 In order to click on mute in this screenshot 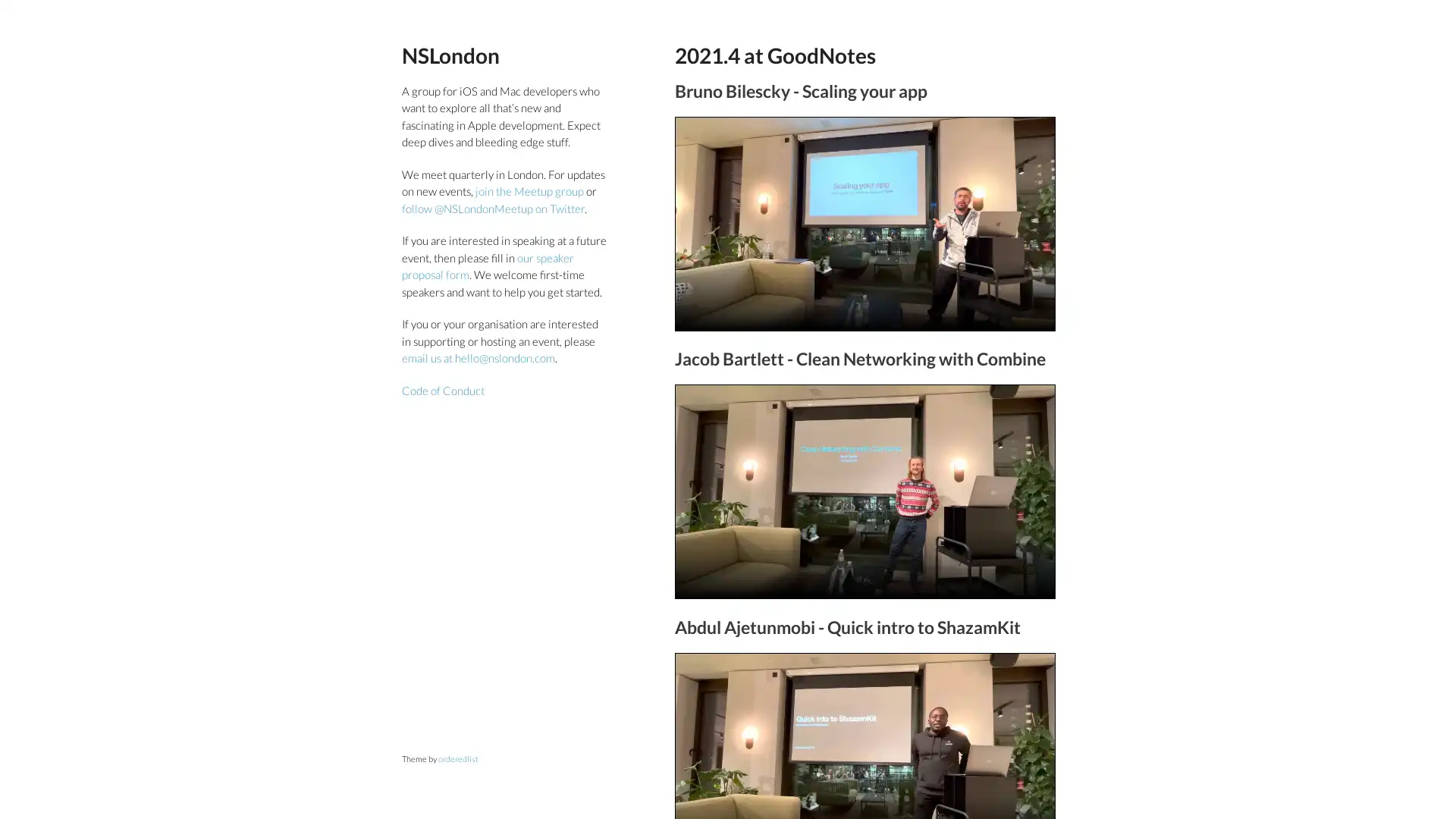, I will do `click(963, 293)`.